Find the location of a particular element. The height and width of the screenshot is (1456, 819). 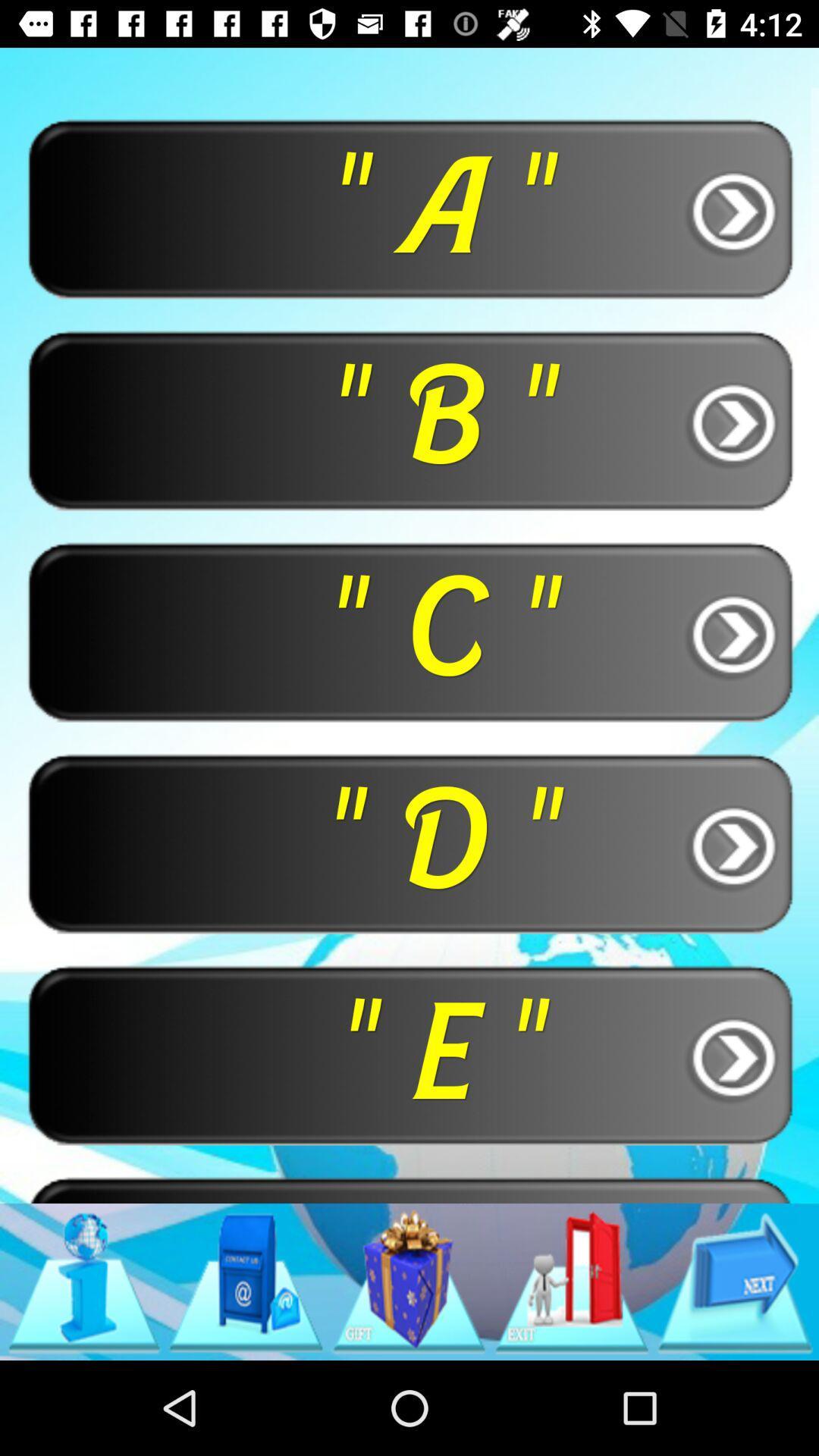

item below   " f " is located at coordinates (408, 1281).